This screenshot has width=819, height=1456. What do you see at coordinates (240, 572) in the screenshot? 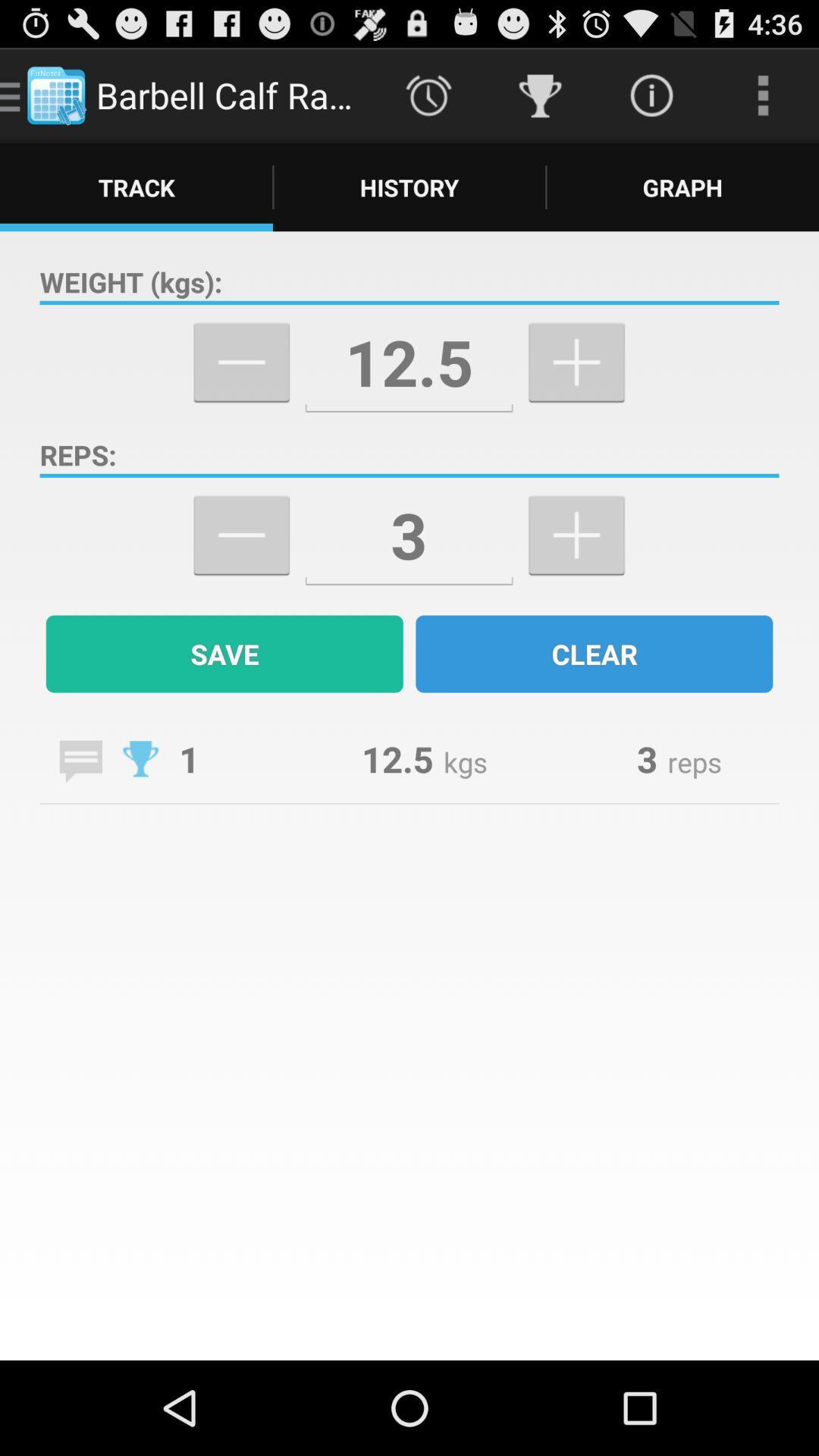
I see `the minus icon` at bounding box center [240, 572].